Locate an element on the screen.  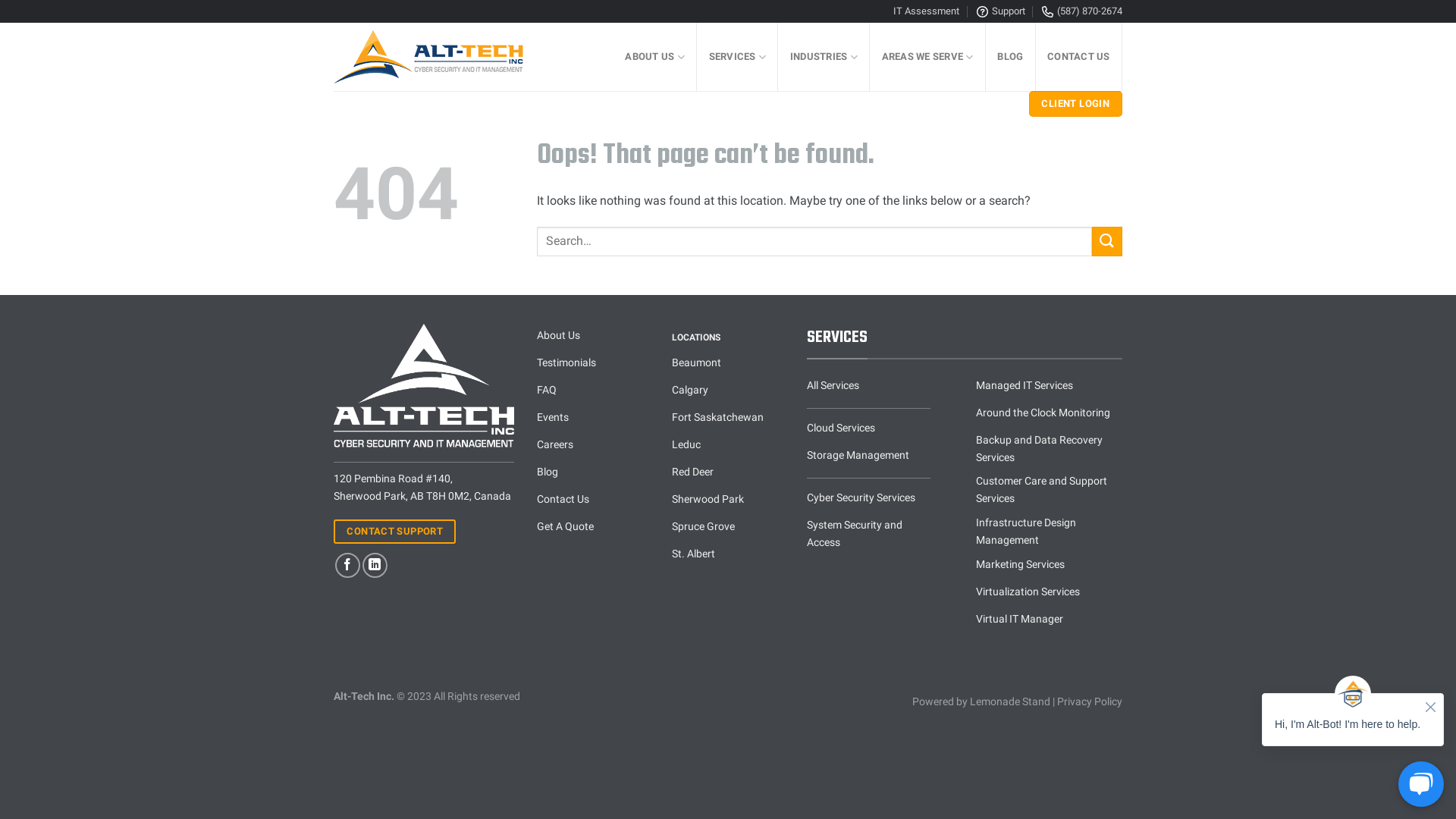
'Spruce Grove' is located at coordinates (671, 528).